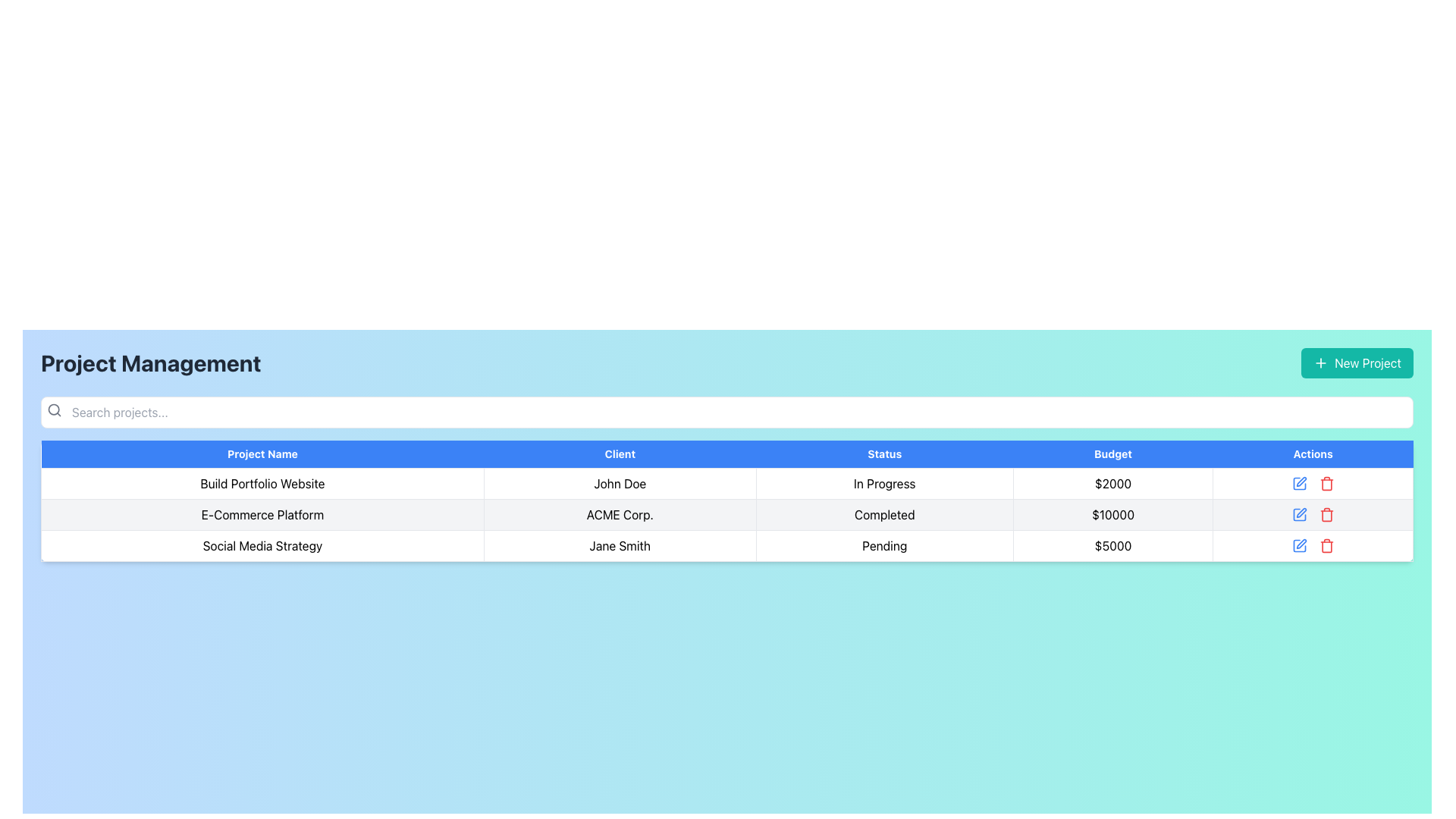 The image size is (1456, 819). What do you see at coordinates (262, 513) in the screenshot?
I see `the text label identifying the 'E-Commerce Platform' project located in the second row and first column of the table` at bounding box center [262, 513].